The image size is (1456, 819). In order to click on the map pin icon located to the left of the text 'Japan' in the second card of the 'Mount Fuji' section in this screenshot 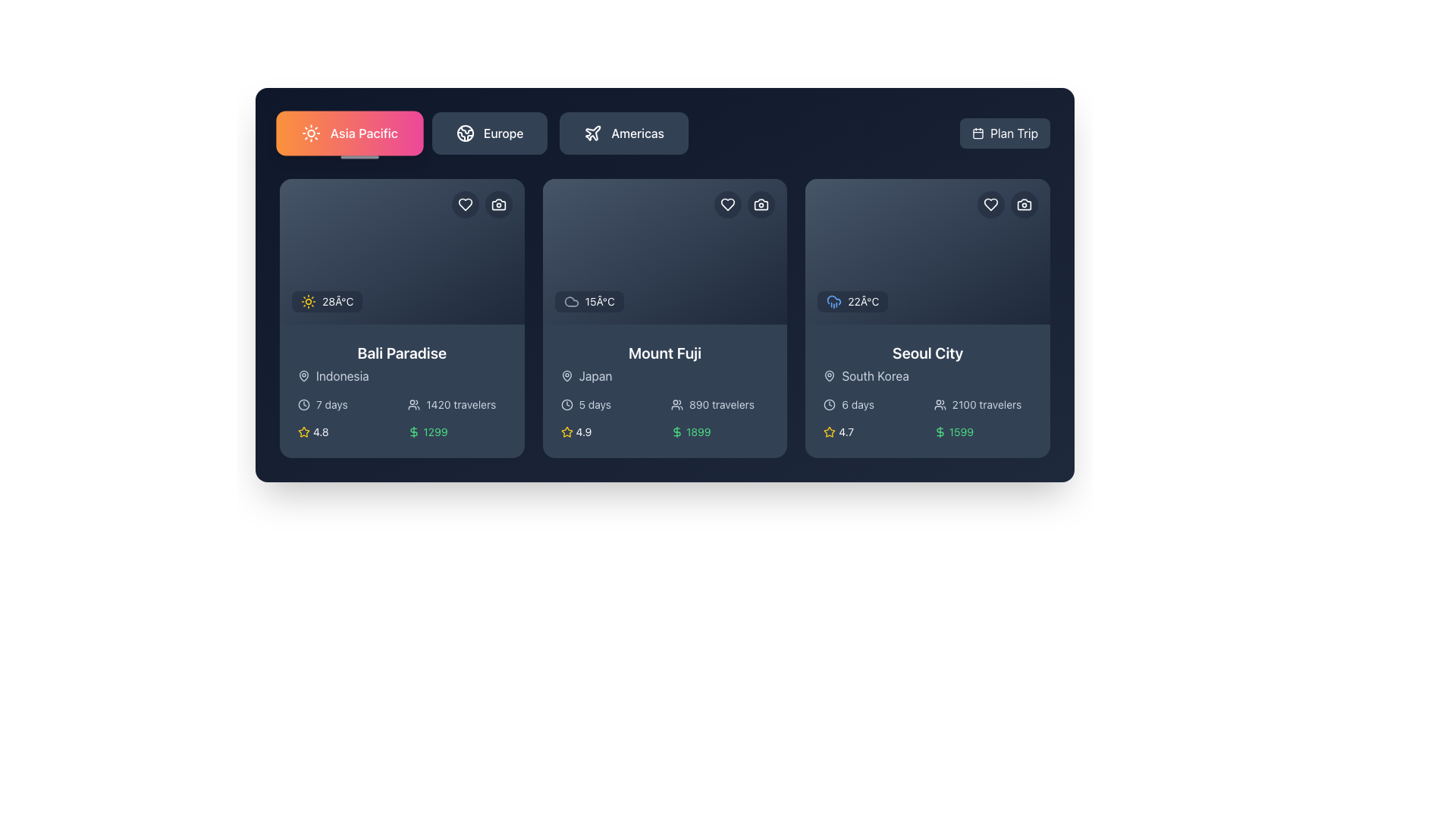, I will do `click(566, 375)`.